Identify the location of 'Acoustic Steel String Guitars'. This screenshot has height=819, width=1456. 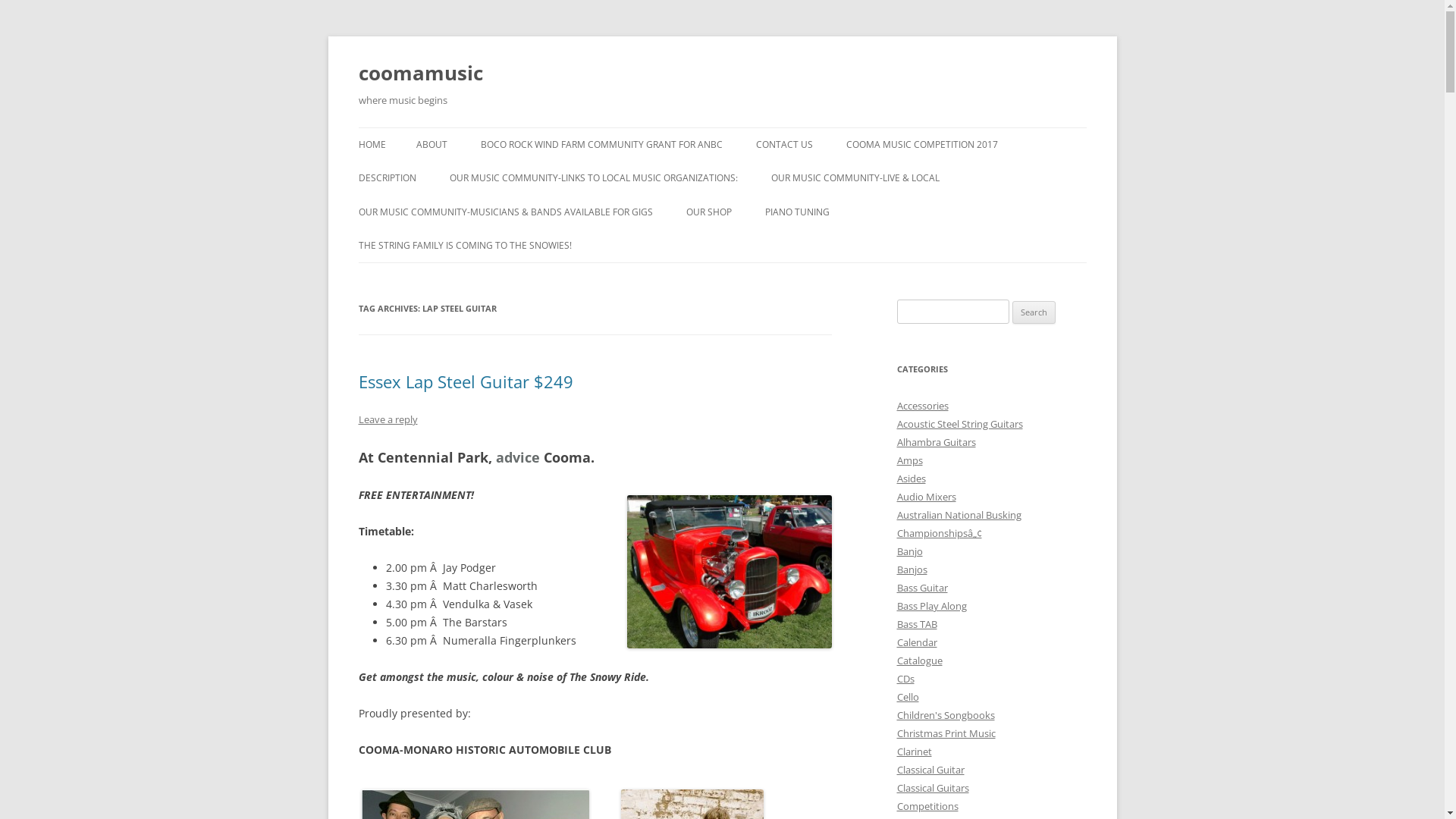
(959, 424).